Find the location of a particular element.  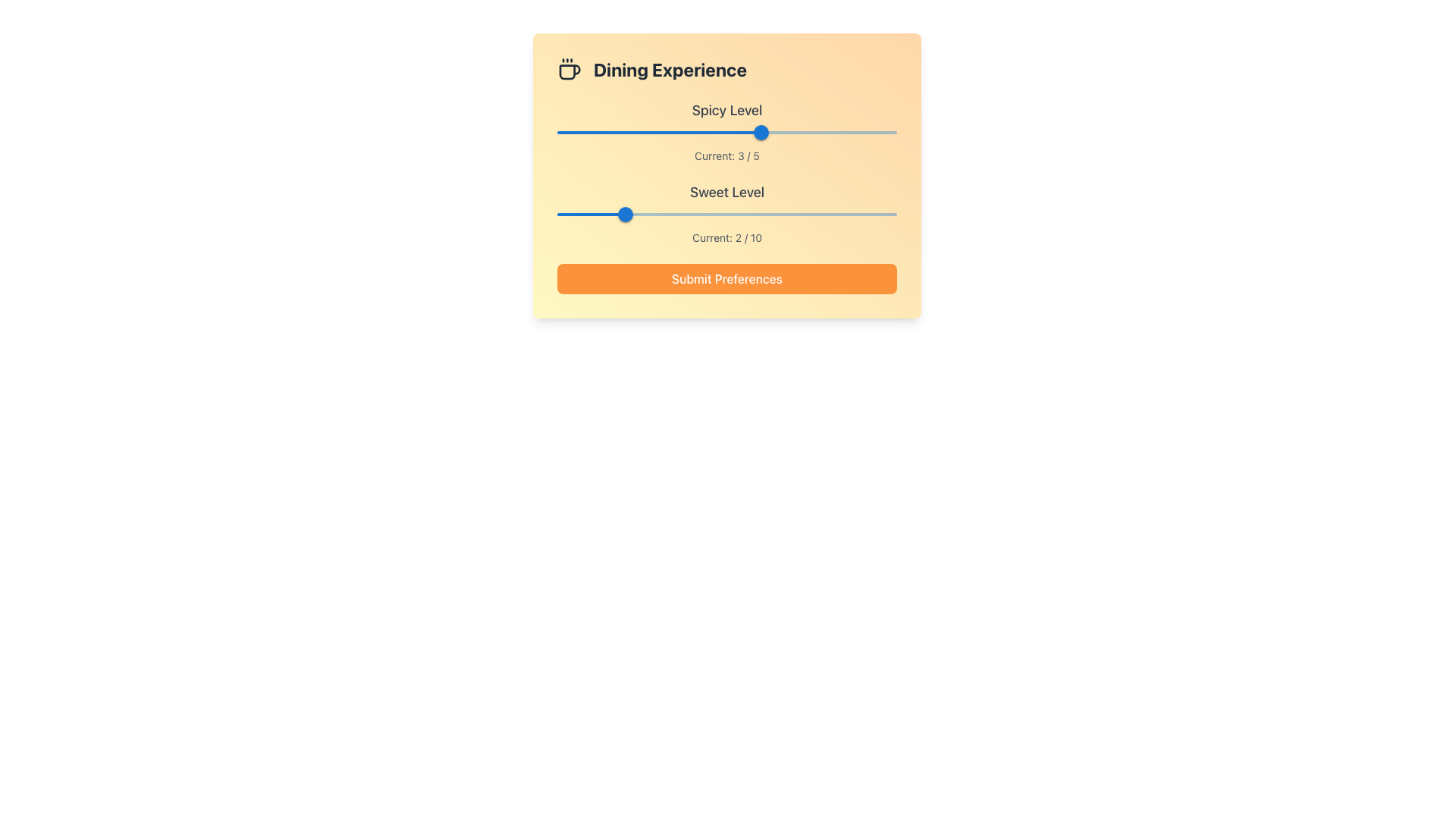

the 'Spicy Level' slider, which is the first slider under the label 'Spicy Level' and above the text 'Current: 3 / 5' is located at coordinates (726, 130).